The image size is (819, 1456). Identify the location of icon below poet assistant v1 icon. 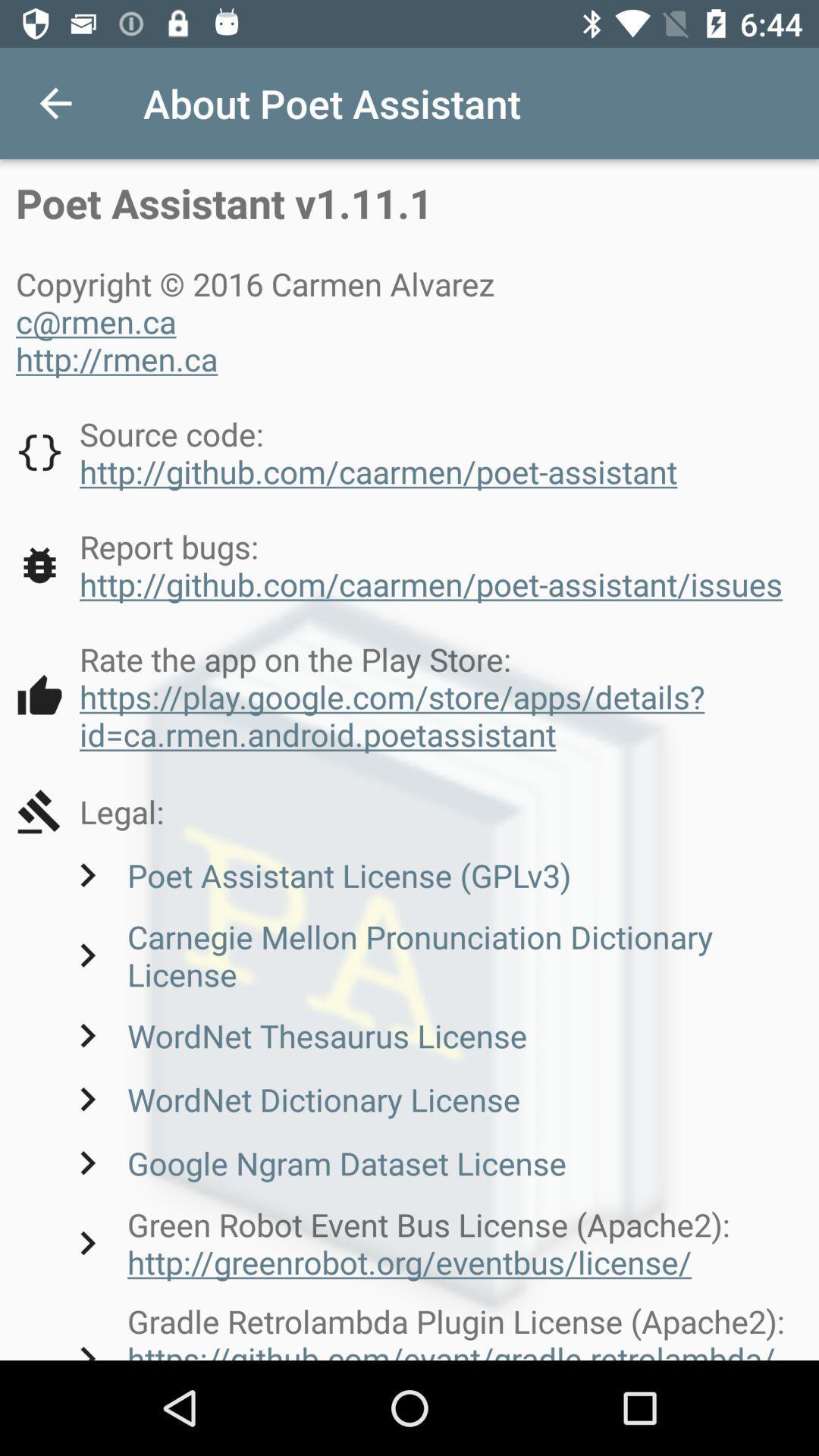
(259, 320).